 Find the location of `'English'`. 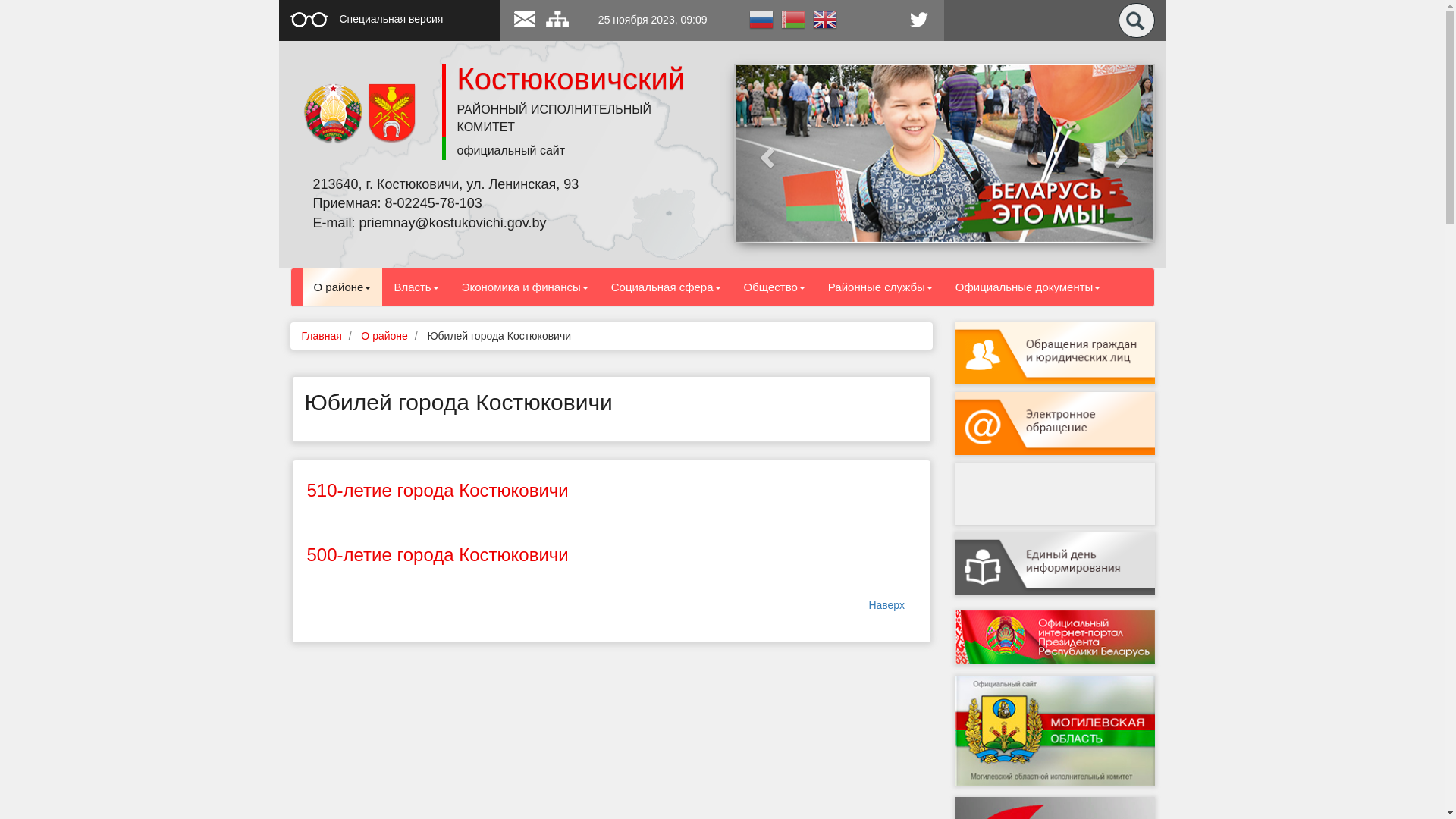

'English' is located at coordinates (823, 18).